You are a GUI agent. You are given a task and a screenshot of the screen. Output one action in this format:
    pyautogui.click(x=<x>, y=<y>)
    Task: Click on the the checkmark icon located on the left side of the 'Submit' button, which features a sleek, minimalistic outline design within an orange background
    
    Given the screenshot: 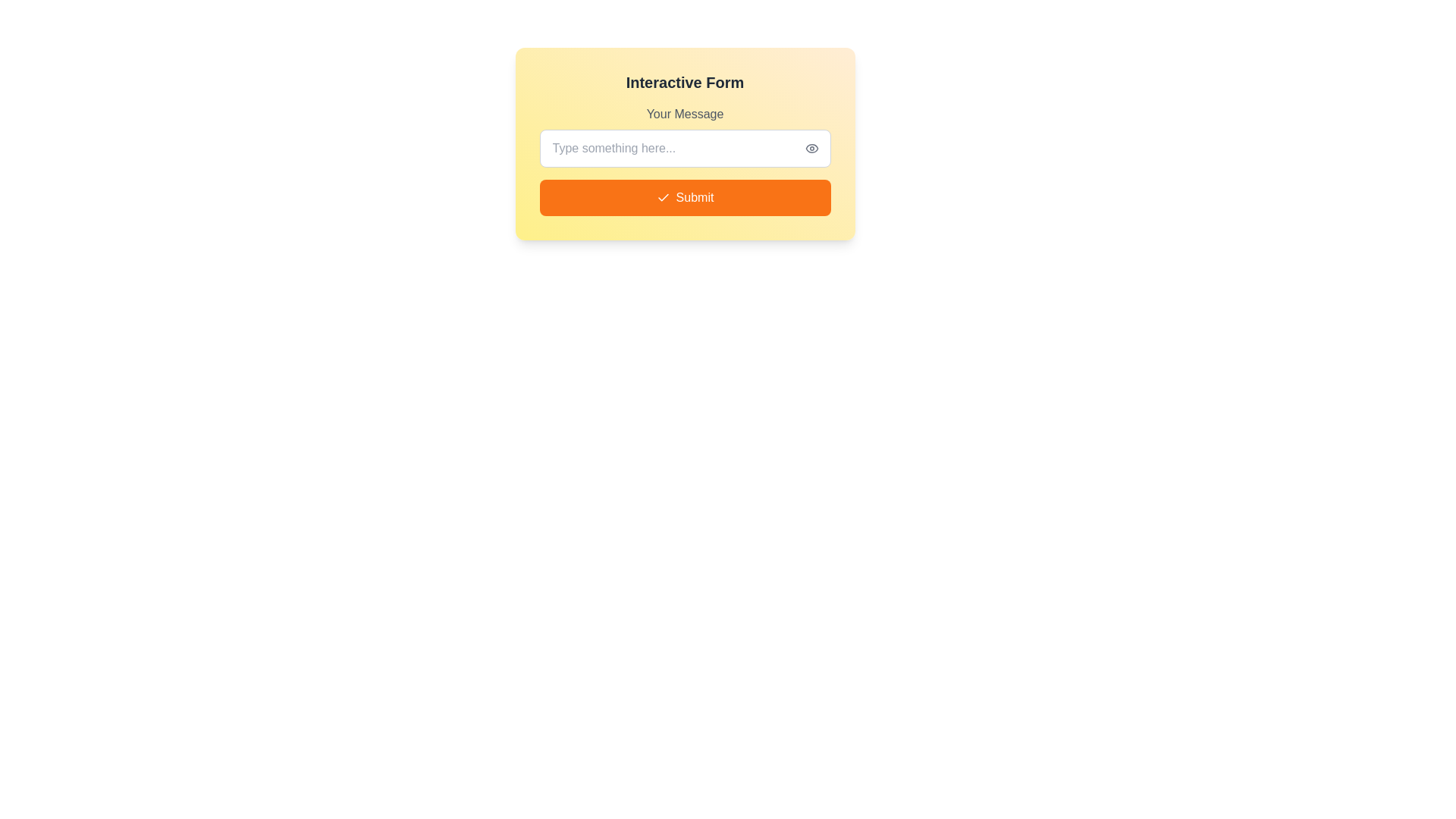 What is the action you would take?
    pyautogui.click(x=663, y=197)
    